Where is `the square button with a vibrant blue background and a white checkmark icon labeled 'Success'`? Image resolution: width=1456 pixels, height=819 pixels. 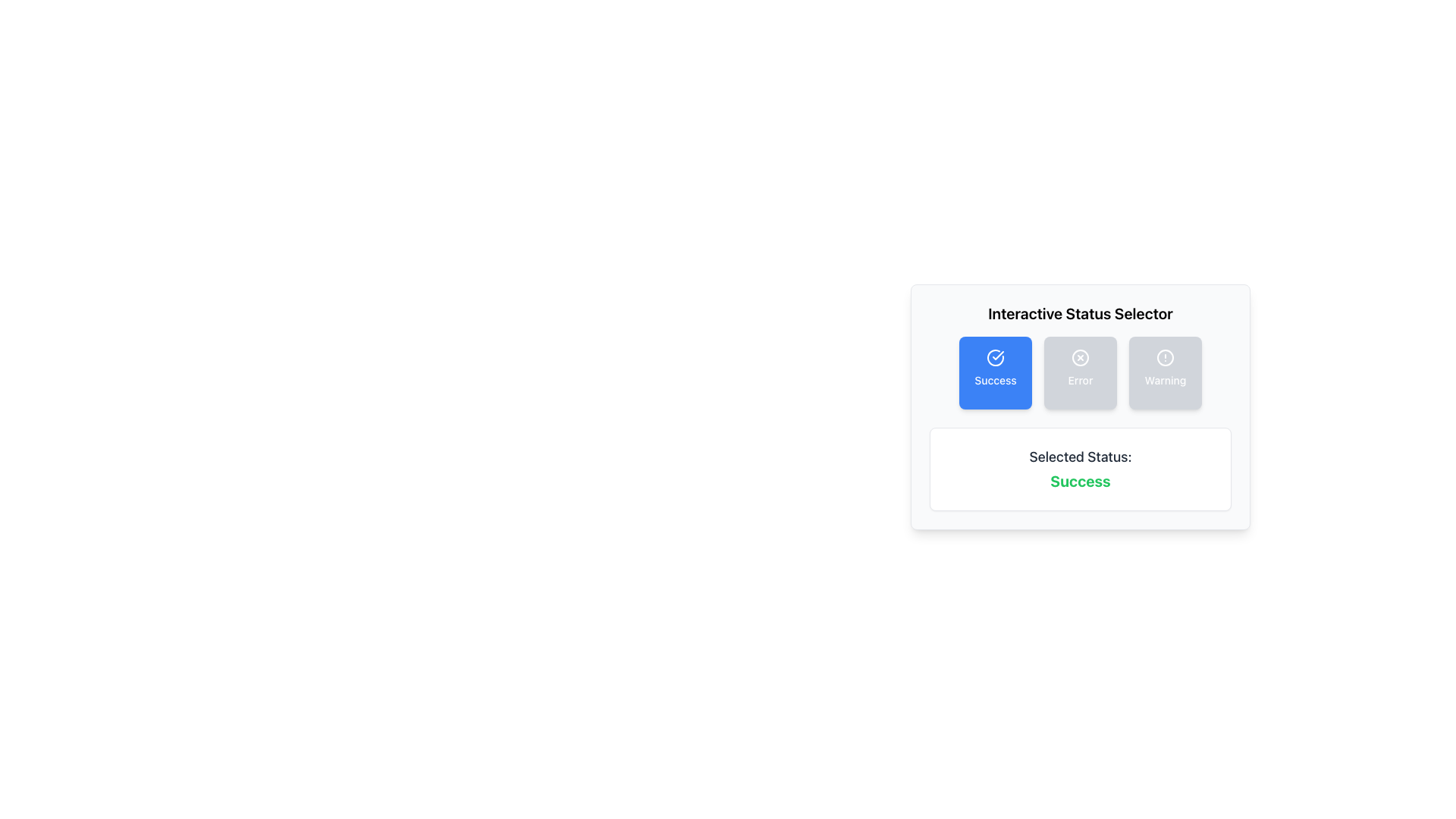 the square button with a vibrant blue background and a white checkmark icon labeled 'Success' is located at coordinates (996, 373).